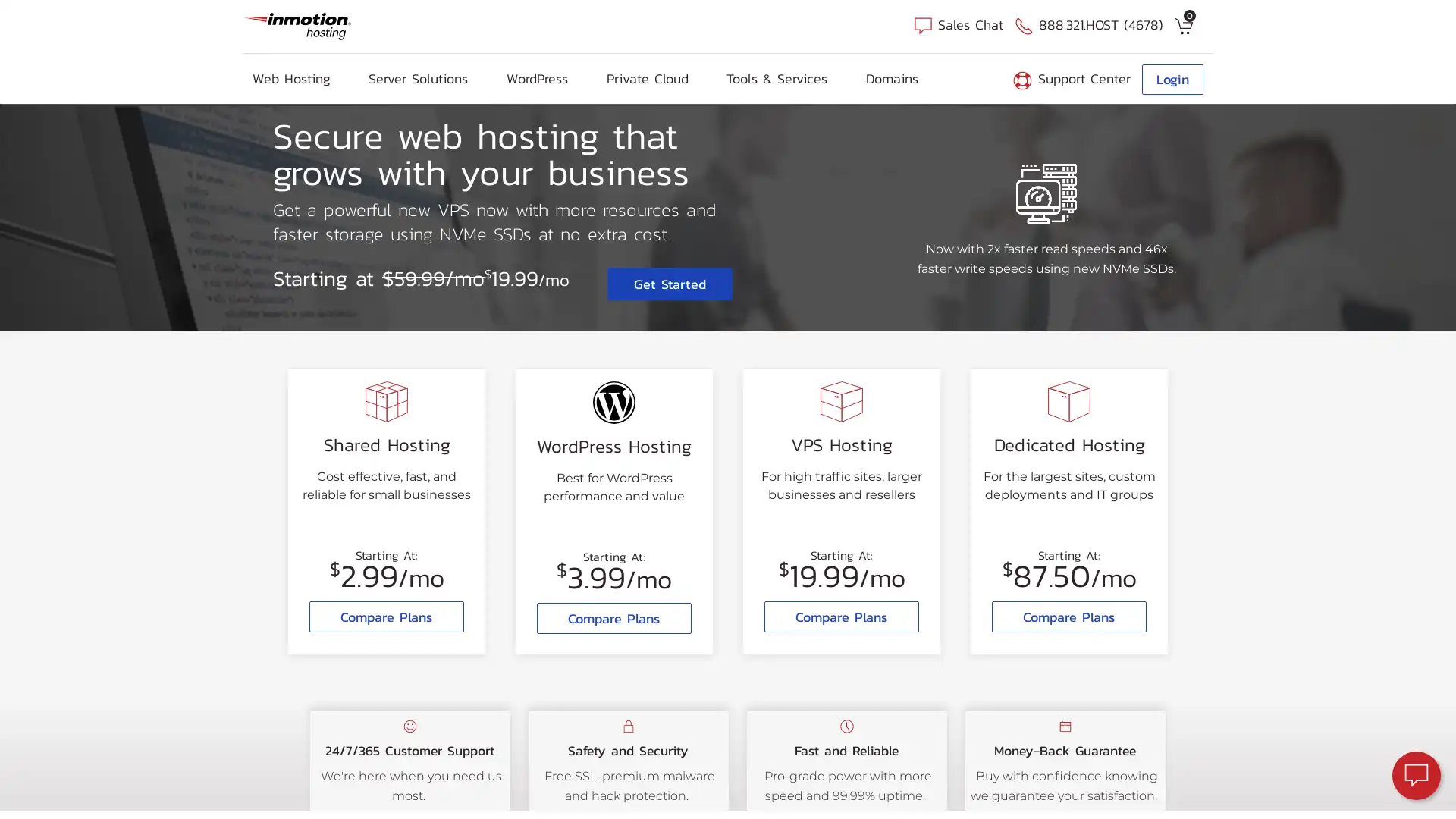 The image size is (1456, 819). What do you see at coordinates (840, 617) in the screenshot?
I see `Compare Plans` at bounding box center [840, 617].